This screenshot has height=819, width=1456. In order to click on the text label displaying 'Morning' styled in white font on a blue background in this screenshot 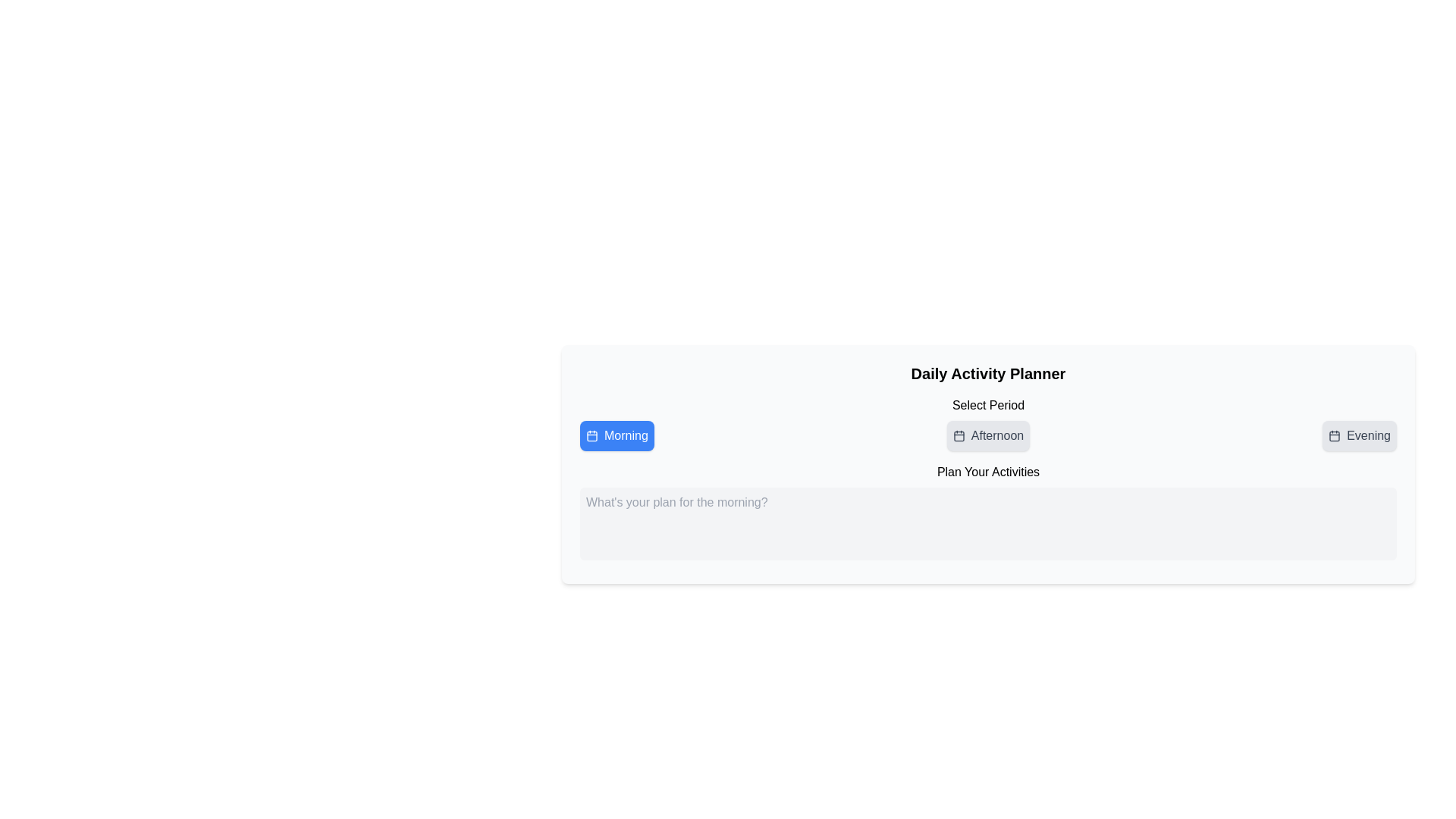, I will do `click(626, 435)`.